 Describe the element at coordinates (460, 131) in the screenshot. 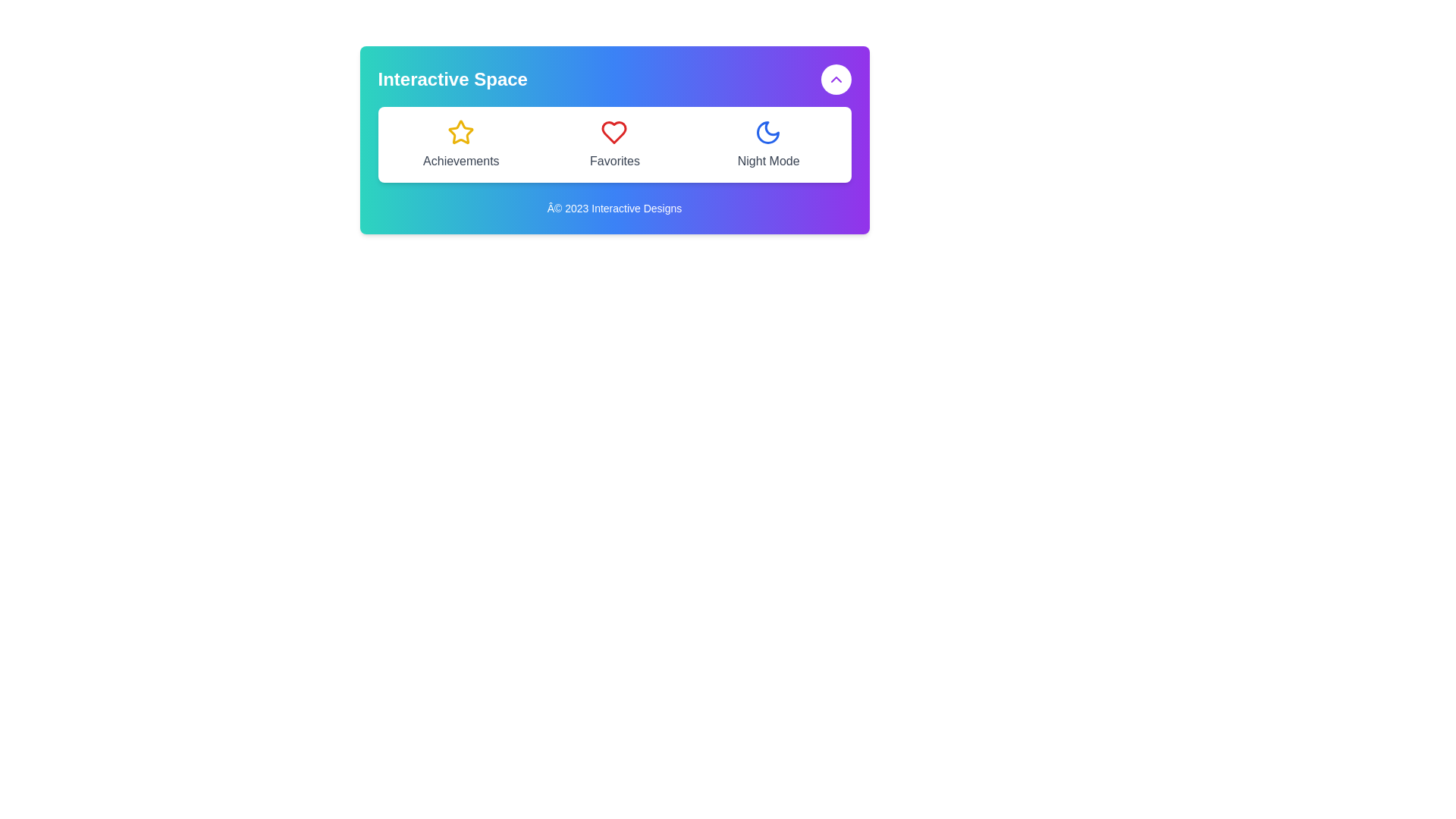

I see `the achievement icon located in the 'Achievements' section, which is positioned to the leftmost of the horizontal row that includes 'Favorites' and 'Night Mode', above the textual label 'Achievements'` at that location.